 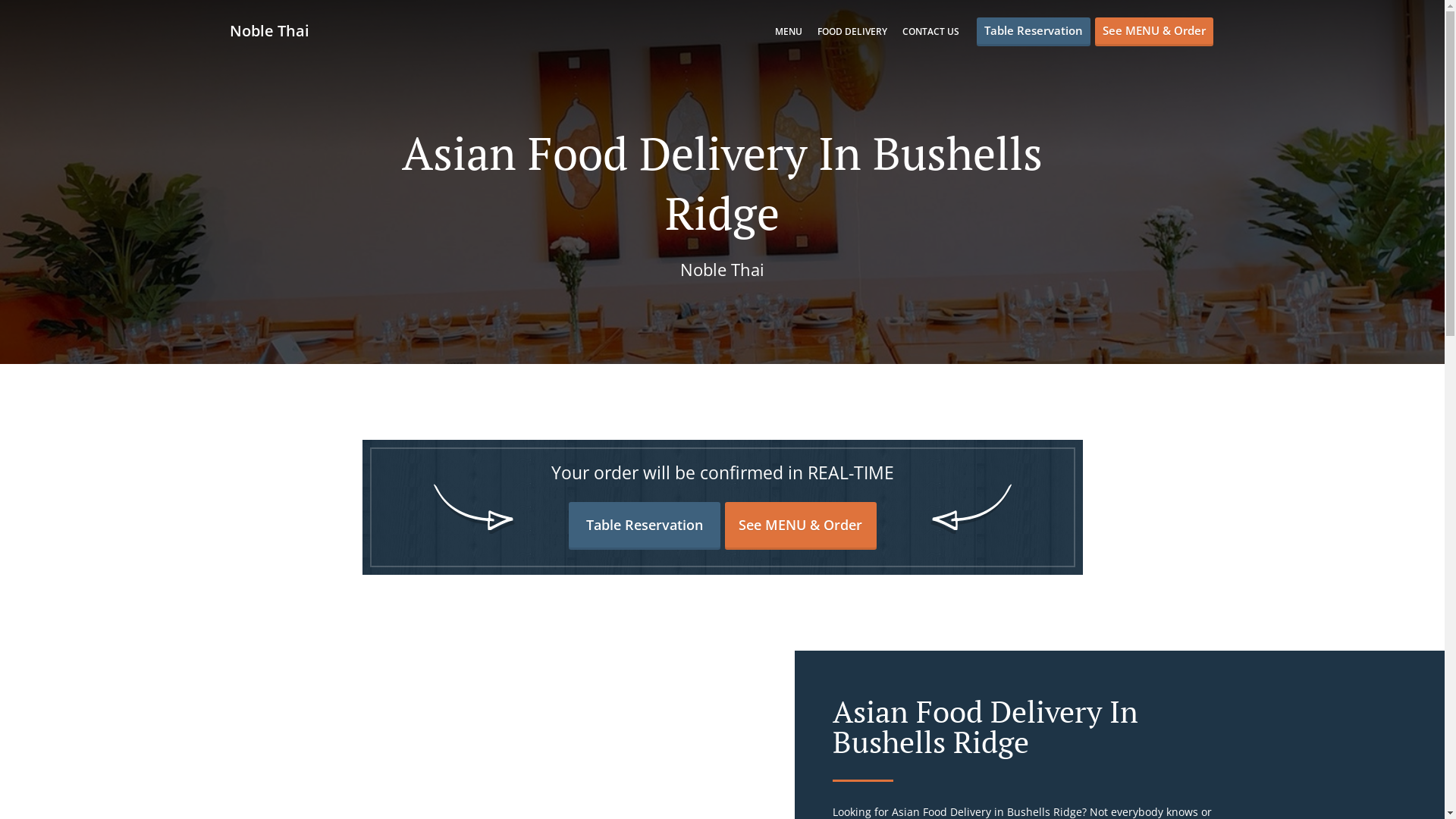 I want to click on 'MENU', so click(x=789, y=31).